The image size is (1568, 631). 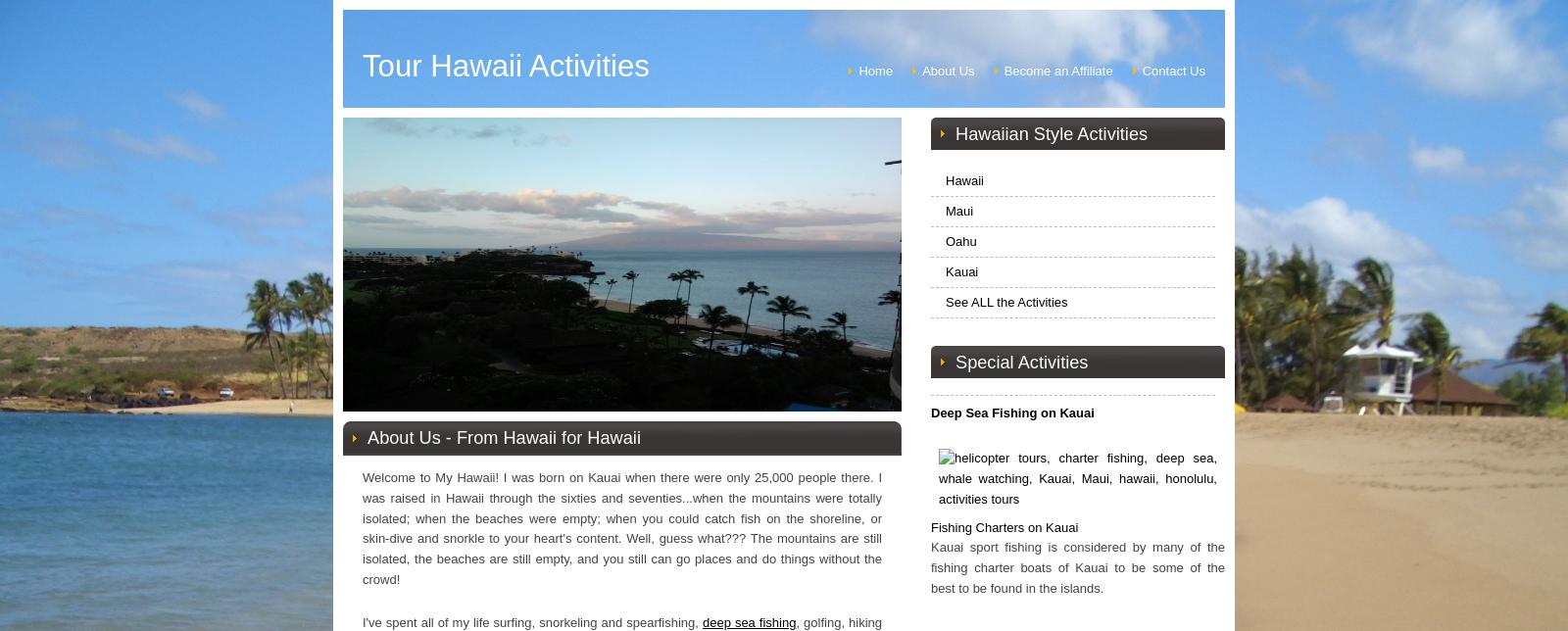 I want to click on 'Kauai', so click(x=960, y=270).